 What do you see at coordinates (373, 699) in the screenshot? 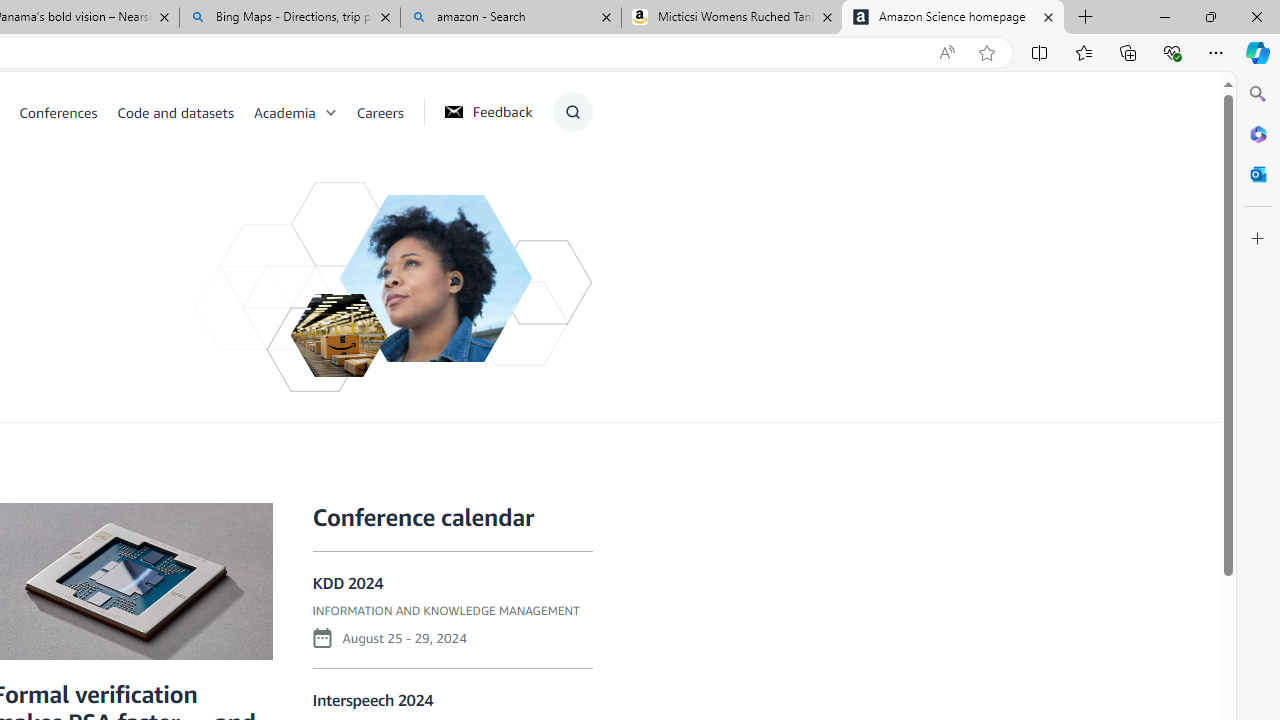
I see `'Interspeech 2024'` at bounding box center [373, 699].